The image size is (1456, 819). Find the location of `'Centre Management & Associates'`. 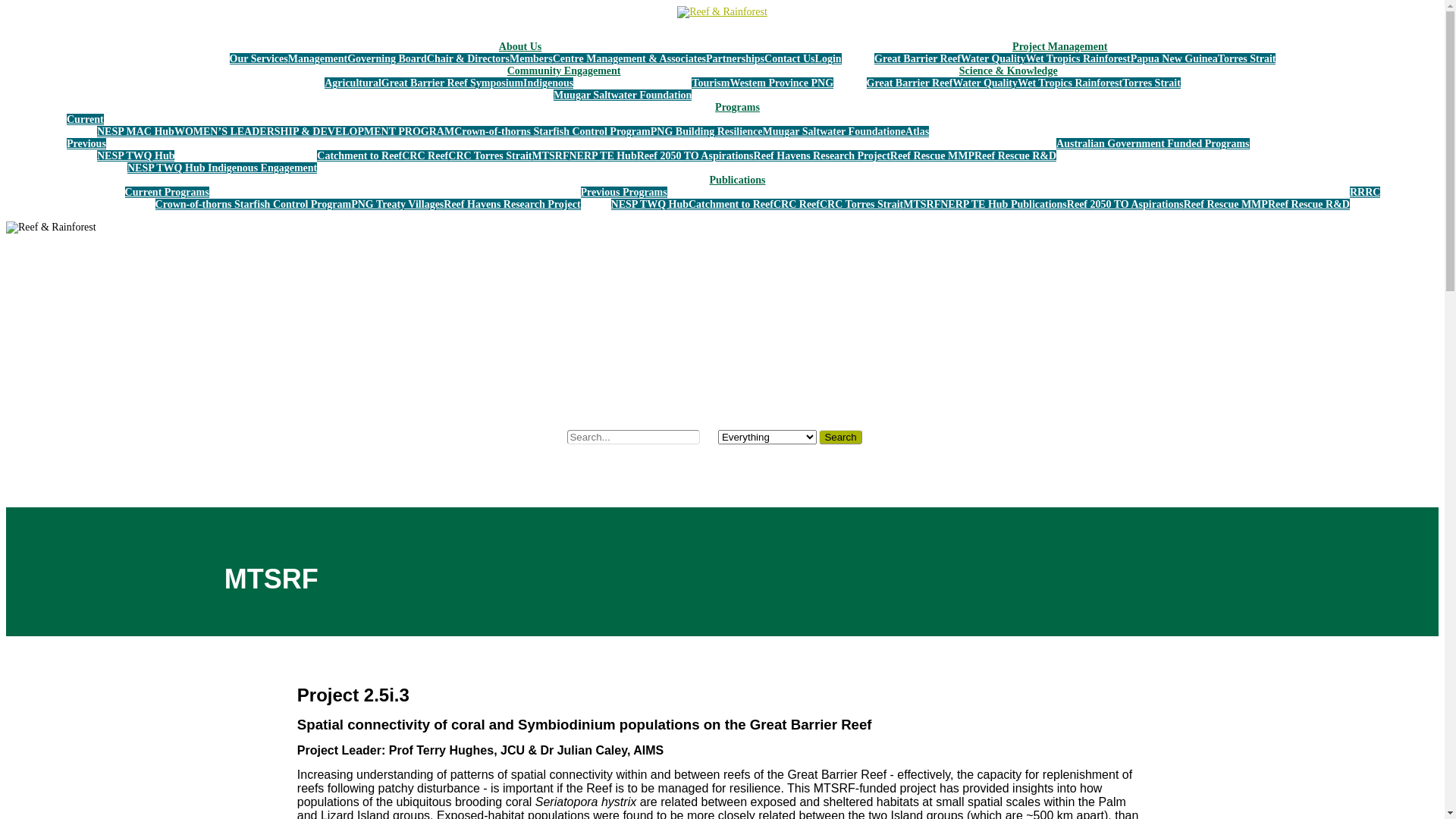

'Centre Management & Associates' is located at coordinates (629, 58).